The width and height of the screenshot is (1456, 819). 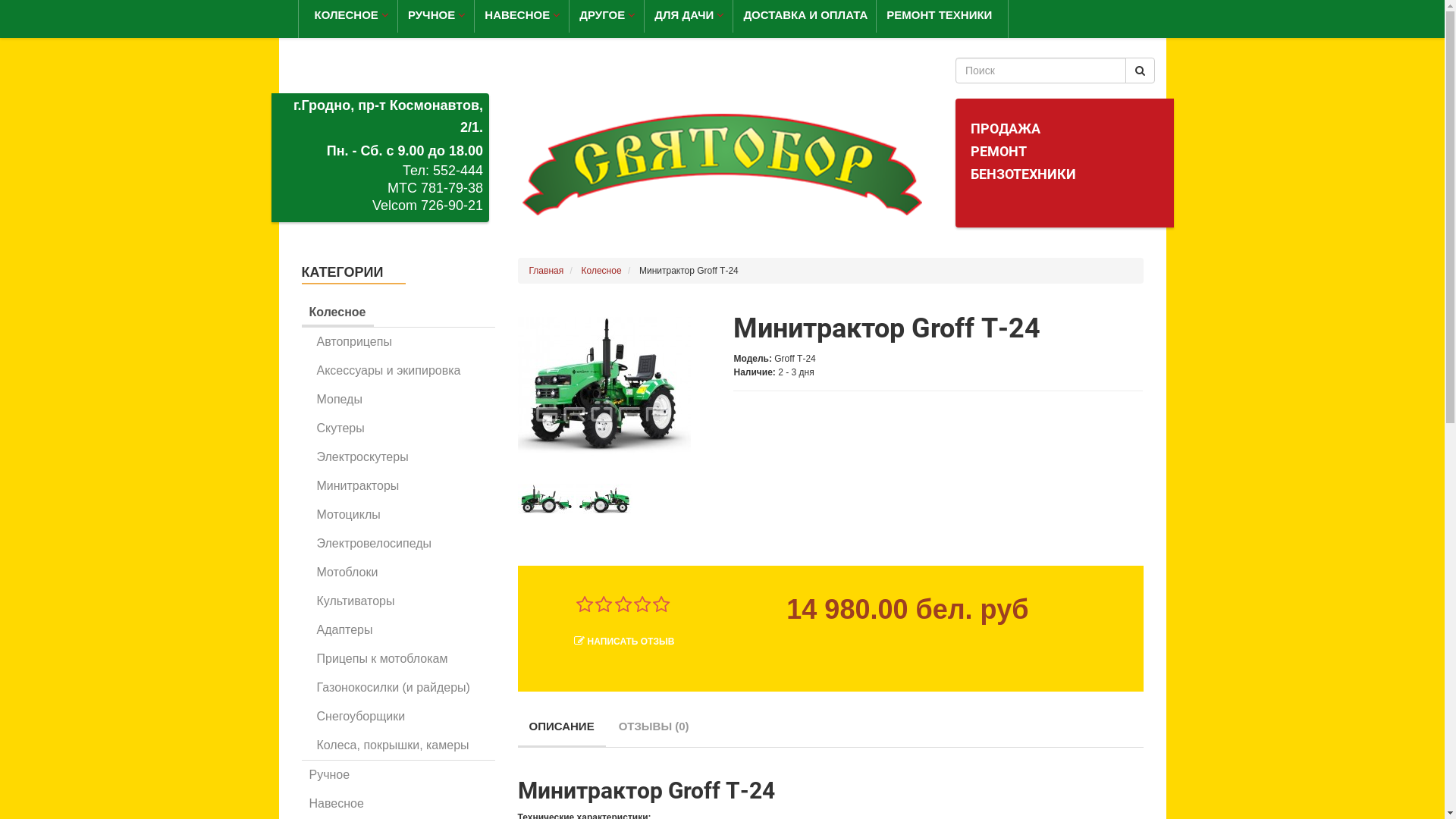 What do you see at coordinates (457, 170) in the screenshot?
I see `'552-444'` at bounding box center [457, 170].